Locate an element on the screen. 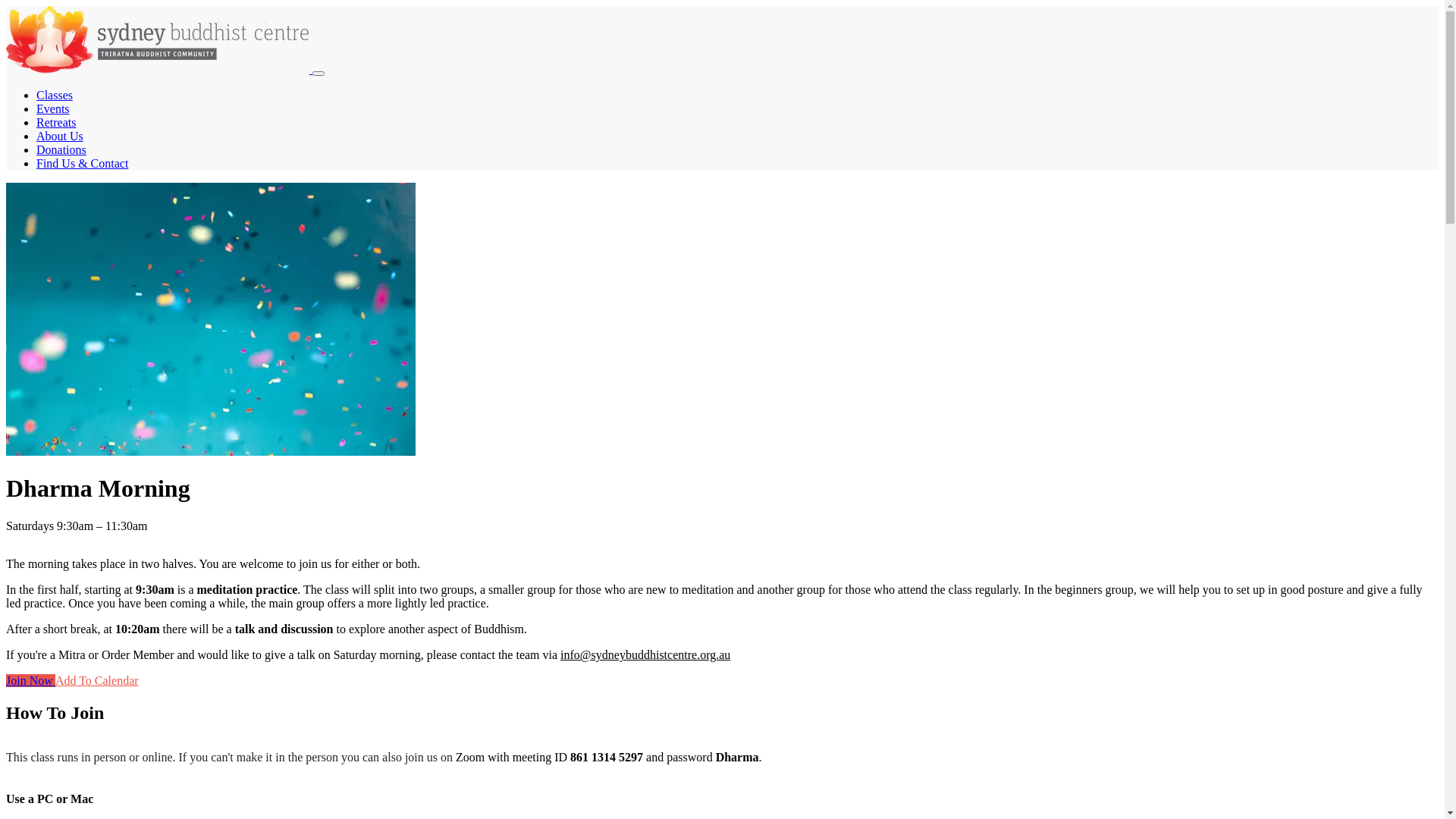  'Find Us & Contact' is located at coordinates (81, 163).